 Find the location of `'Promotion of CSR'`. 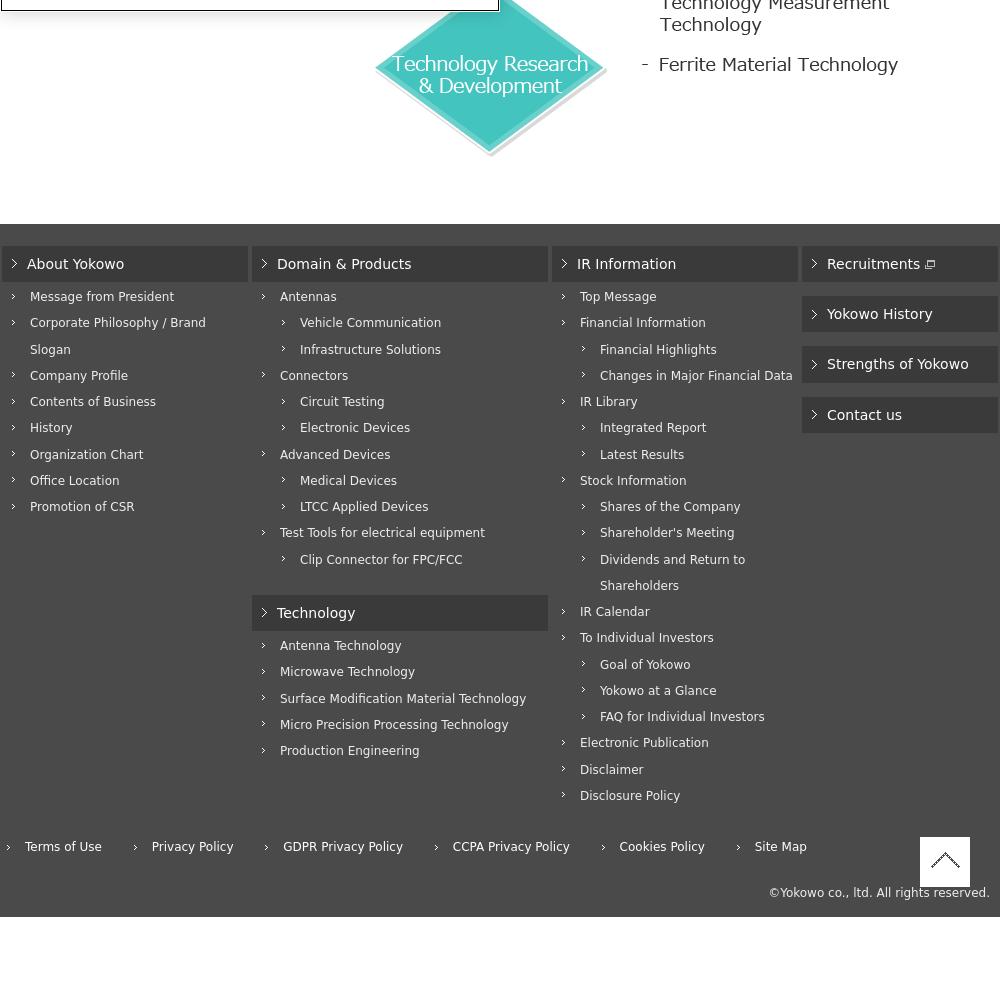

'Promotion of CSR' is located at coordinates (81, 505).